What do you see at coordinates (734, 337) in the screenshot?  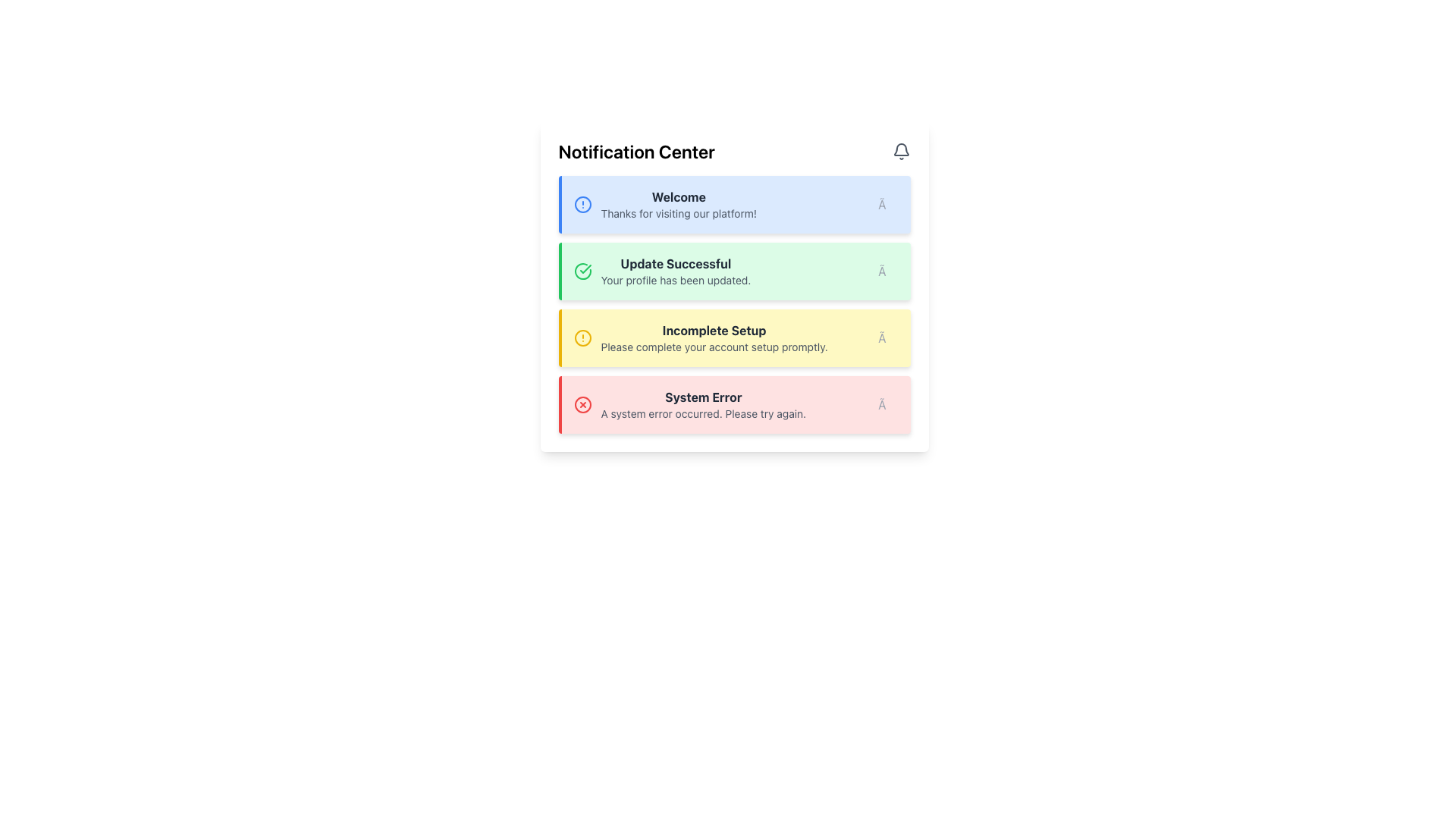 I see `notification card informing about the incomplete setup of the account located in the Notification Center, positioned between the 'Update Successful' and 'System Error' notifications` at bounding box center [734, 337].